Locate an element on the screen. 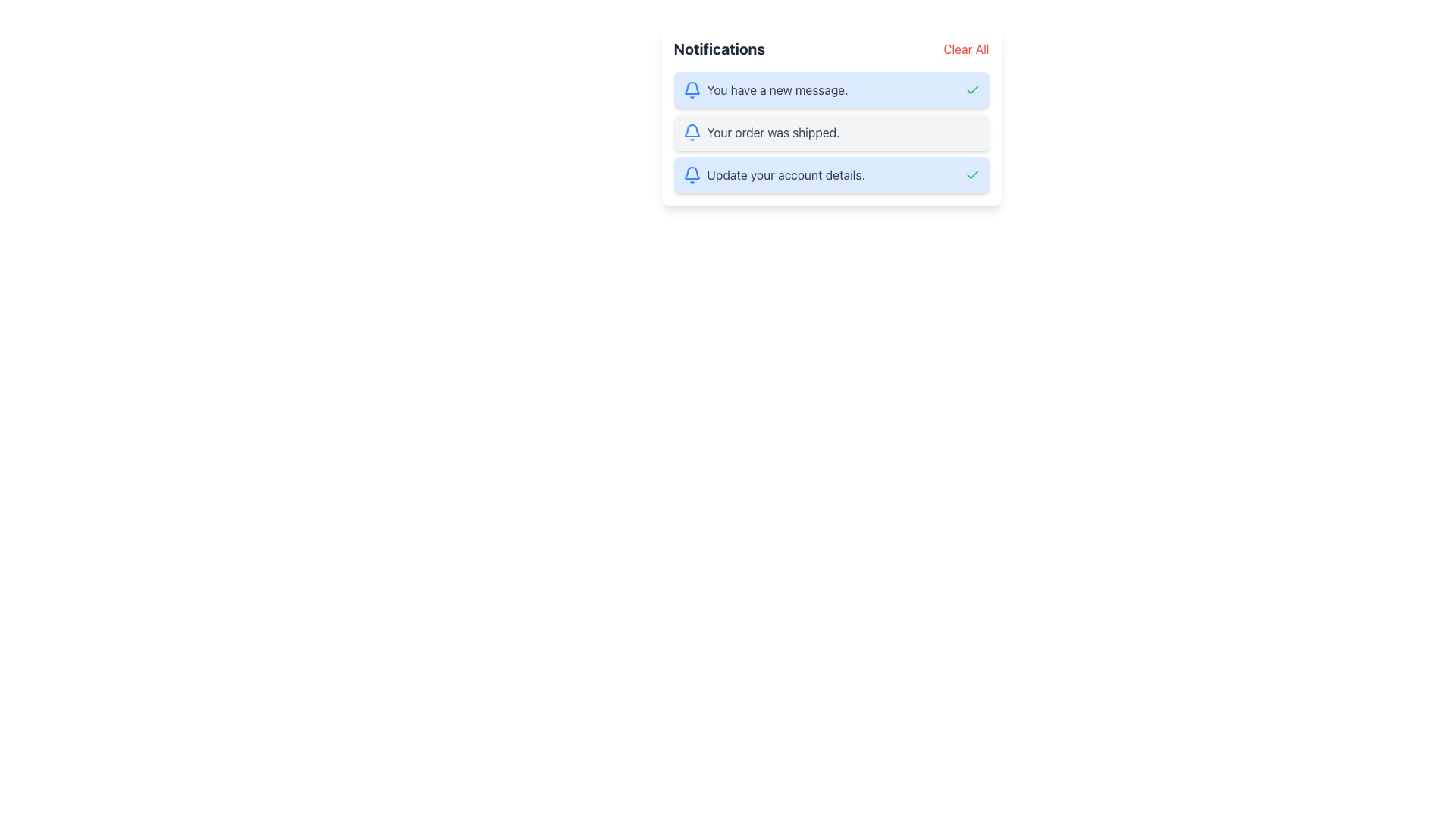 This screenshot has height=819, width=1456. the Notification Box that indicates the user's order has been shipped, positioned between the 'You have a new message.' and 'Update your account details.' notifications is located at coordinates (830, 131).